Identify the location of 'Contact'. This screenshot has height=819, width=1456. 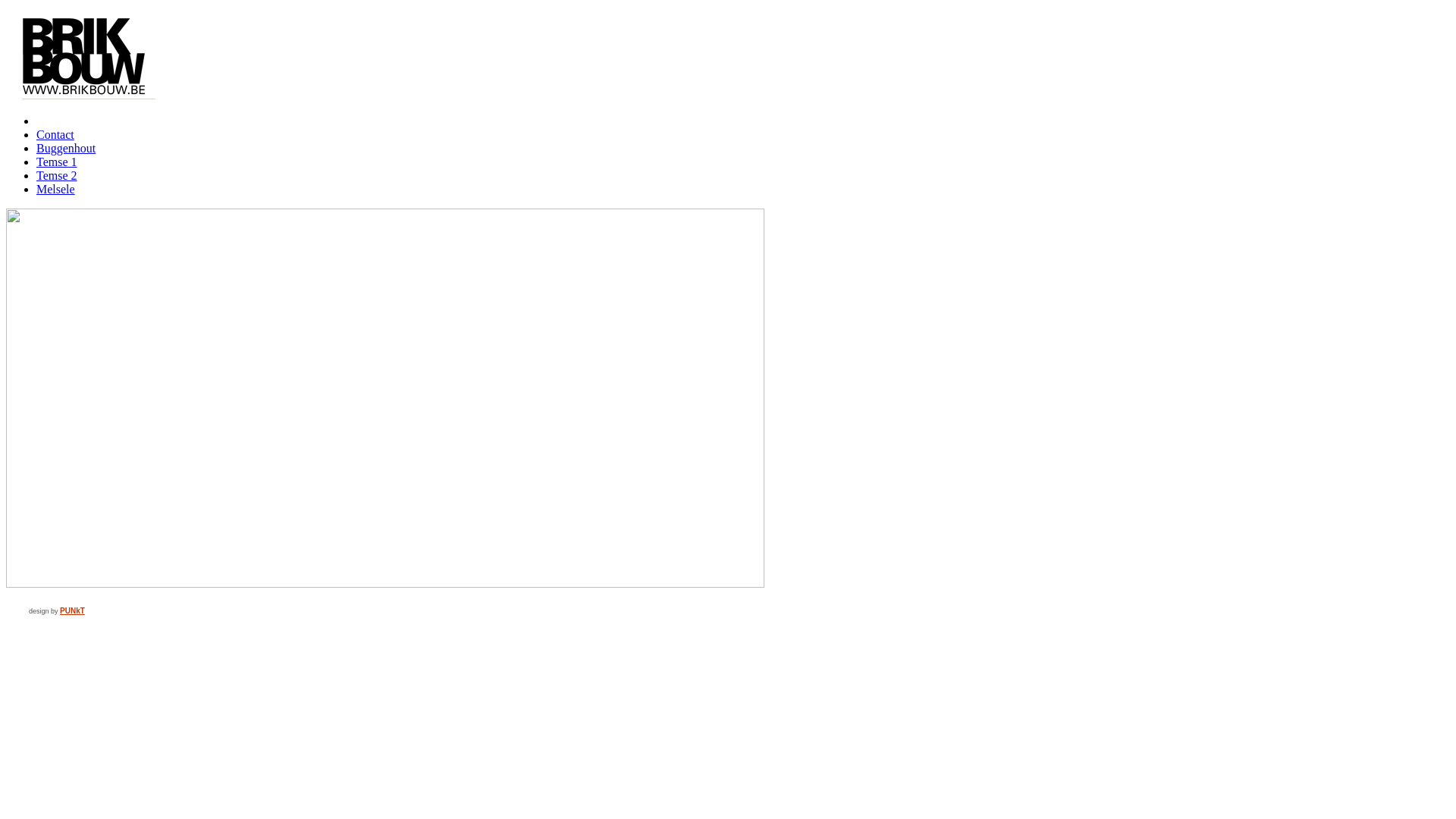
(55, 133).